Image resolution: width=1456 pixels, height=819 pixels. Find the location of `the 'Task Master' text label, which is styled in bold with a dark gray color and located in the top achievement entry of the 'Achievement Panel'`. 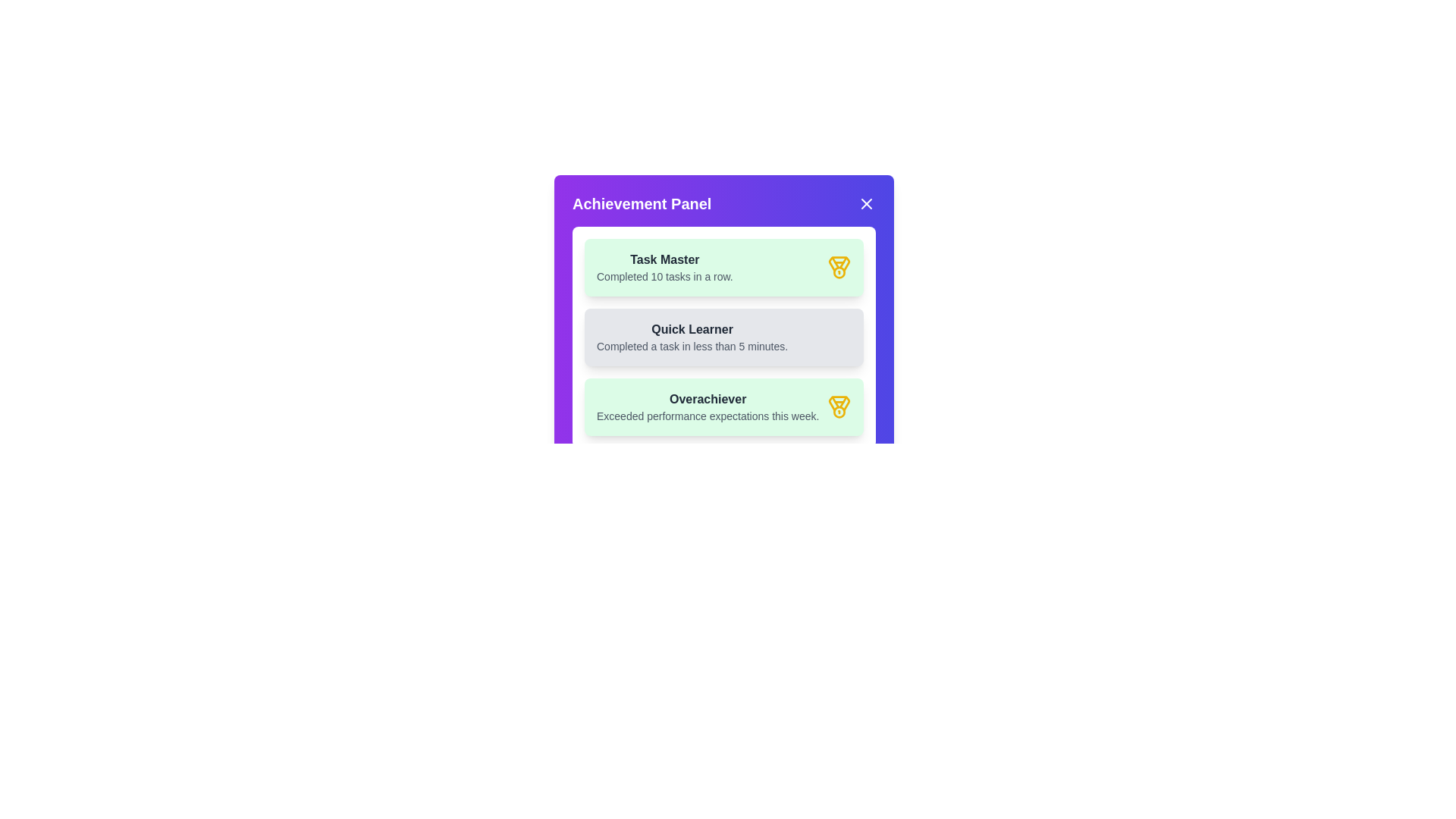

the 'Task Master' text label, which is styled in bold with a dark gray color and located in the top achievement entry of the 'Achievement Panel' is located at coordinates (664, 259).